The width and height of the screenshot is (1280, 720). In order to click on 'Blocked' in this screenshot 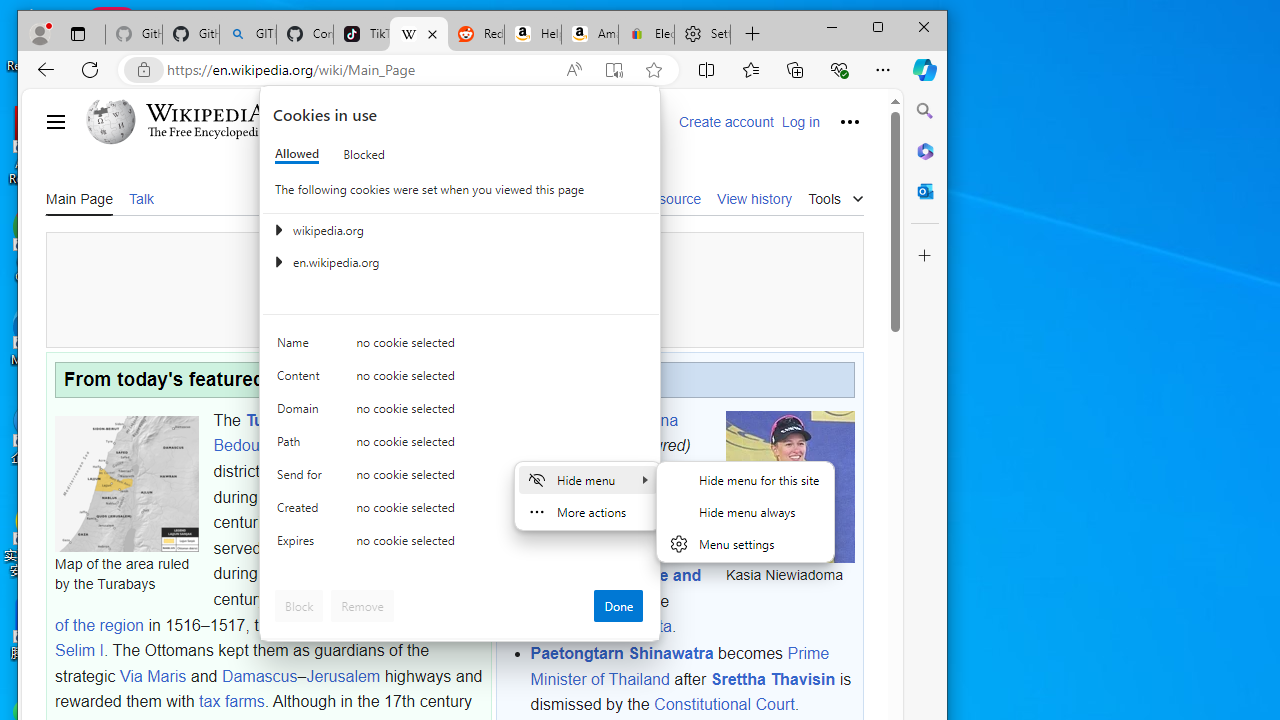, I will do `click(364, 153)`.